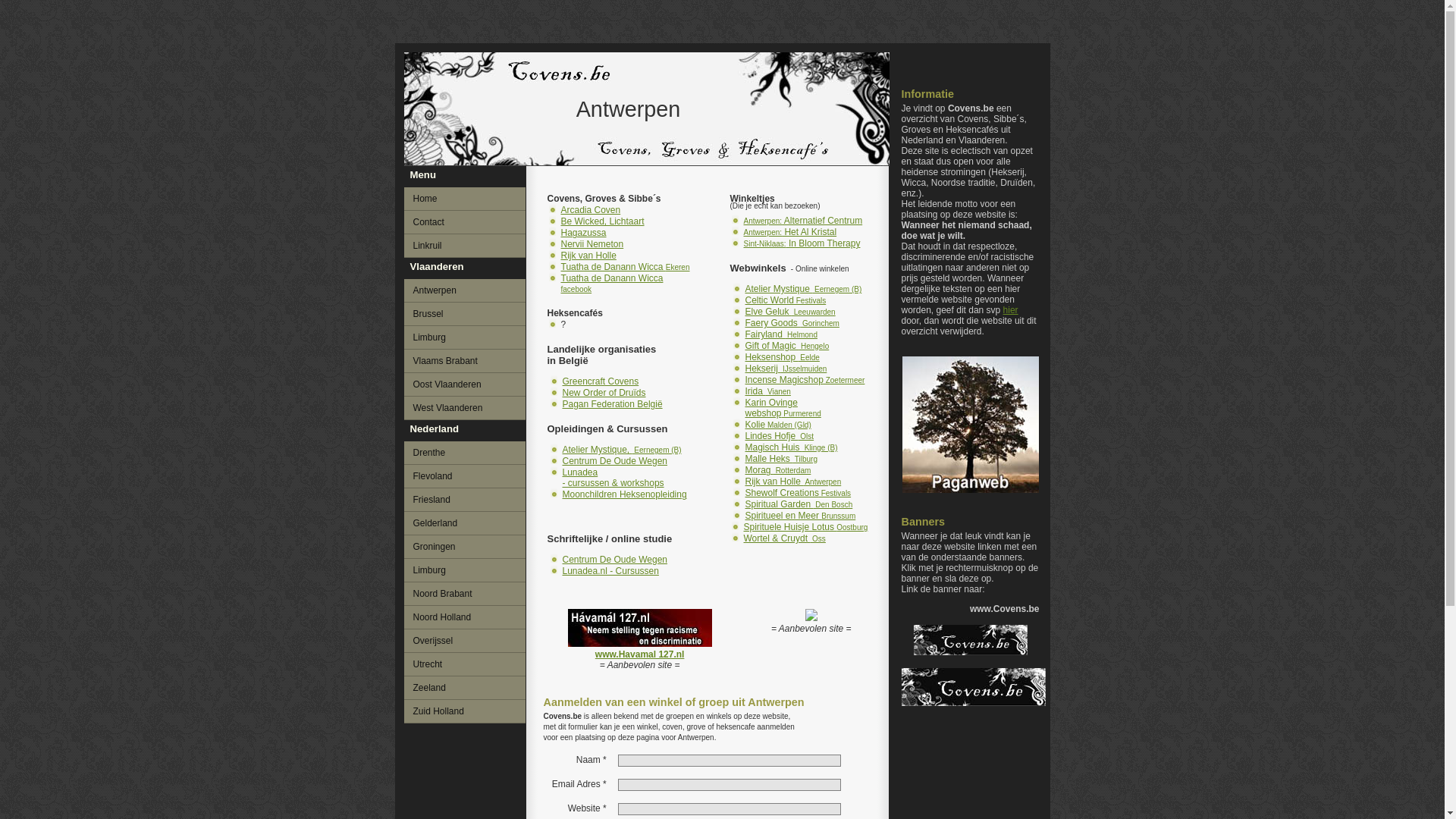  Describe the element at coordinates (463, 406) in the screenshot. I see `'West Vlaanderen'` at that location.